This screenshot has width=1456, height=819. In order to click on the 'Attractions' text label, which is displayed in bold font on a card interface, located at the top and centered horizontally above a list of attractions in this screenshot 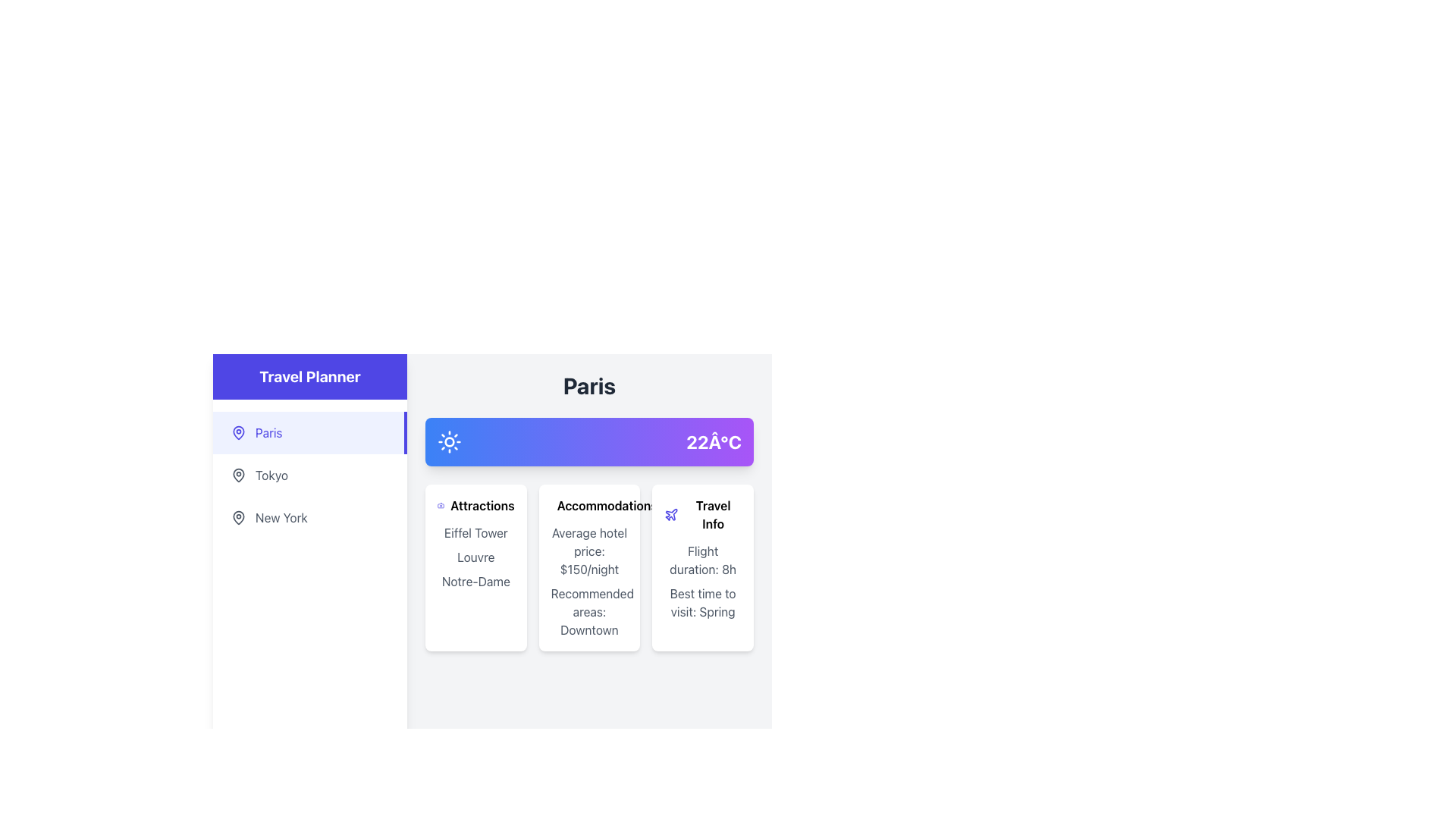, I will do `click(482, 506)`.